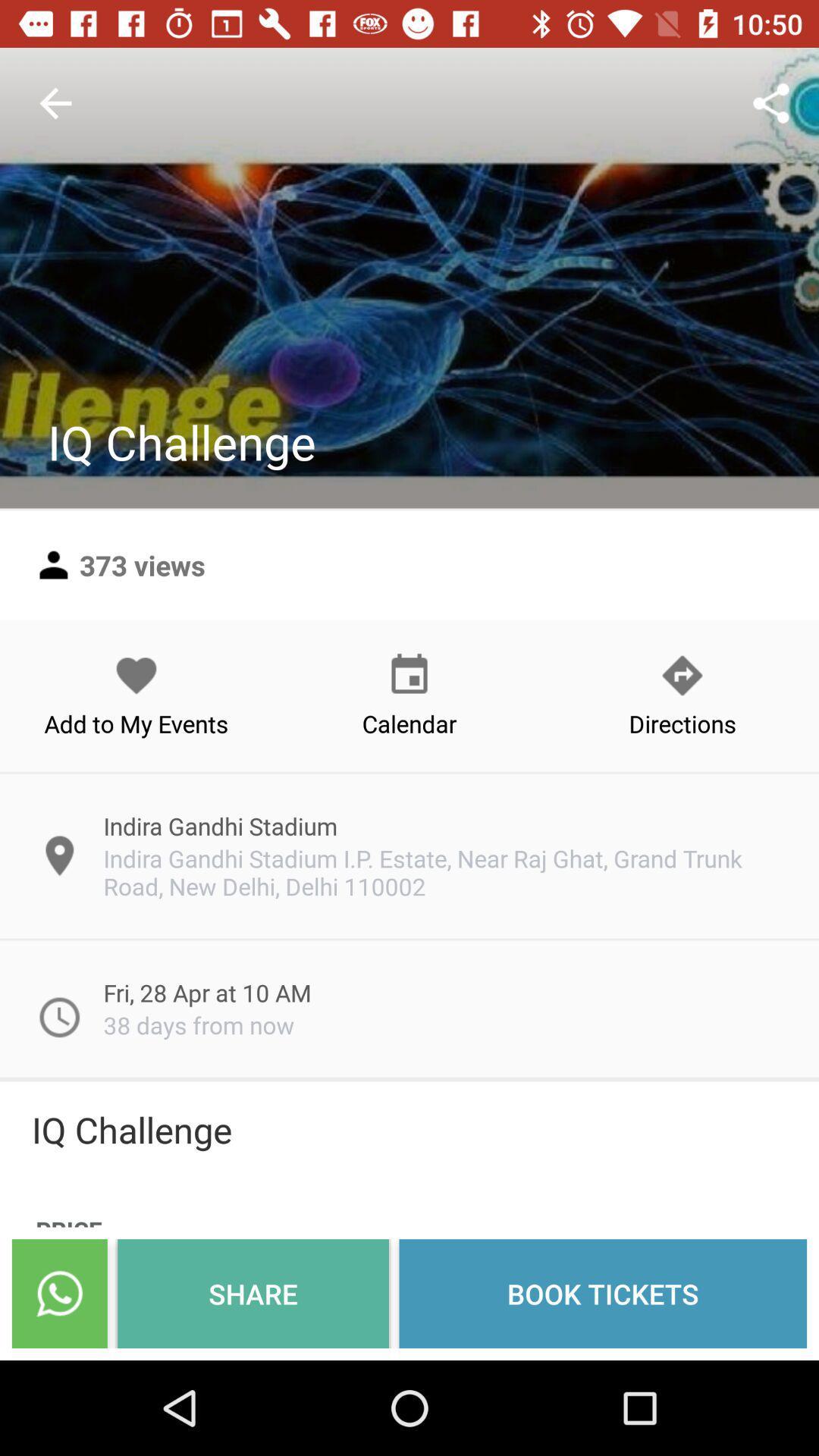 The width and height of the screenshot is (819, 1456). I want to click on the icon at the top left corner, so click(55, 102).